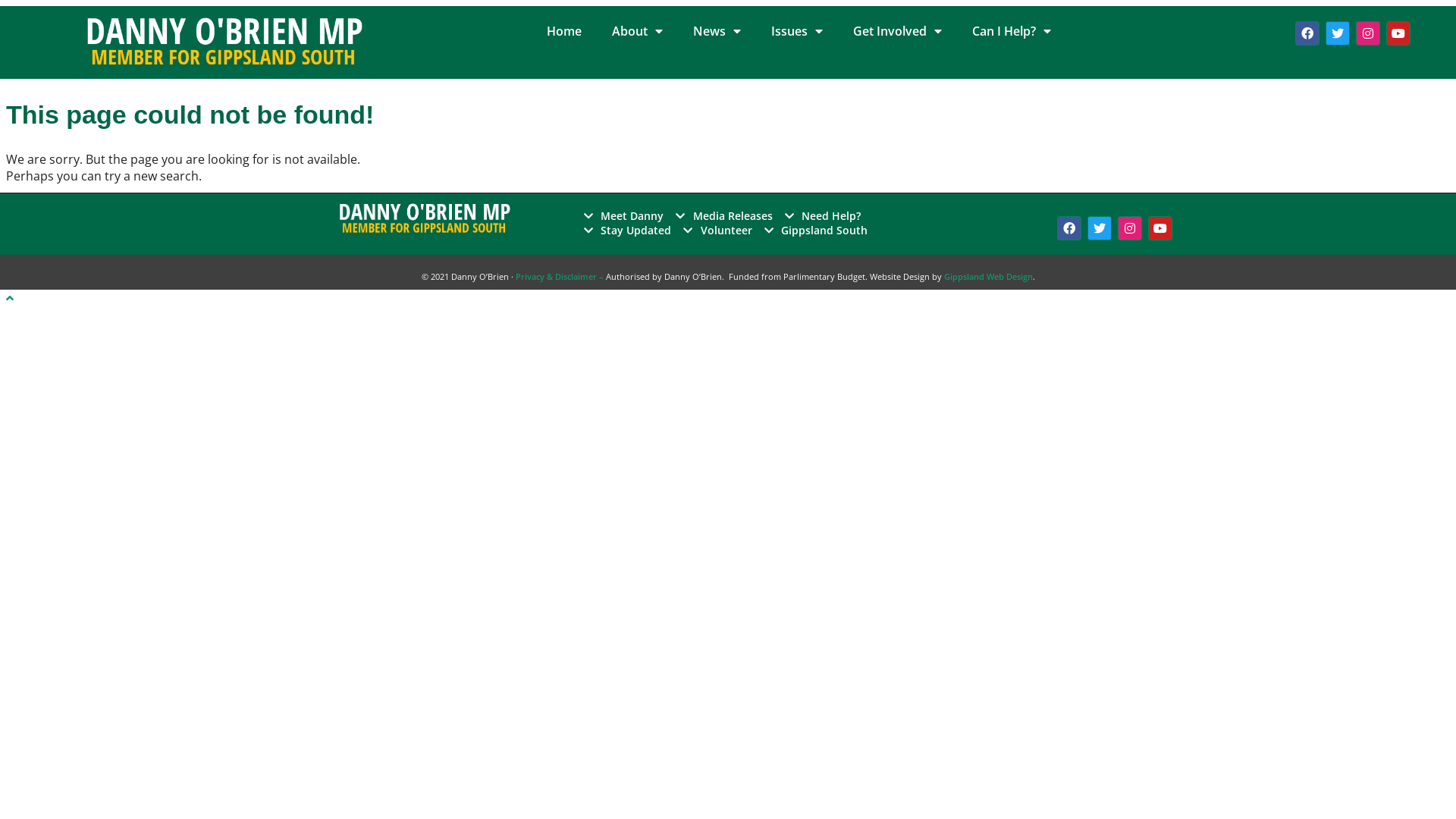 This screenshot has width=1456, height=819. Describe the element at coordinates (637, 31) in the screenshot. I see `'About'` at that location.